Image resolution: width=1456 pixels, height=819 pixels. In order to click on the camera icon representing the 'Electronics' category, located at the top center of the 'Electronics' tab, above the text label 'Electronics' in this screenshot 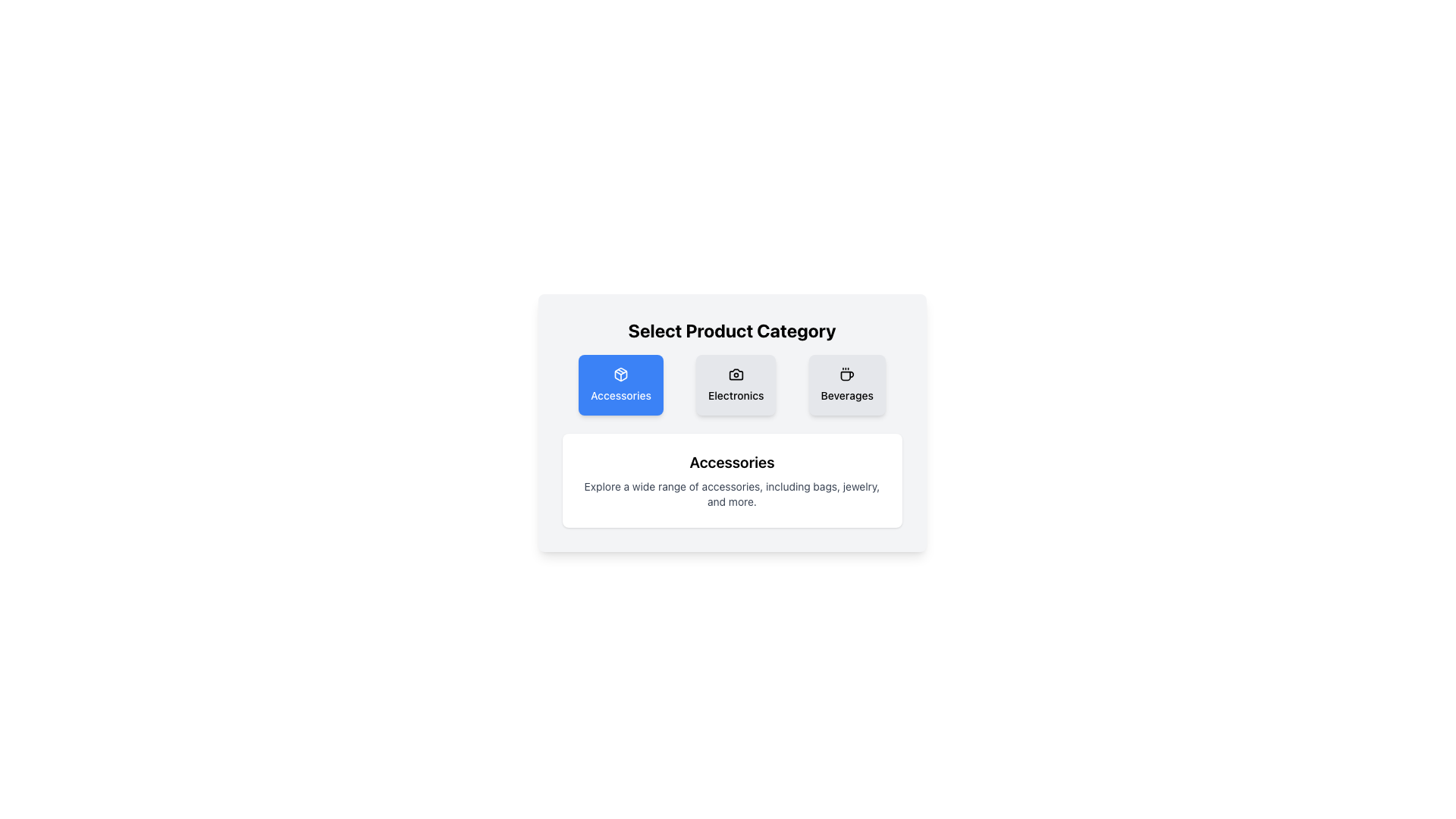, I will do `click(736, 374)`.